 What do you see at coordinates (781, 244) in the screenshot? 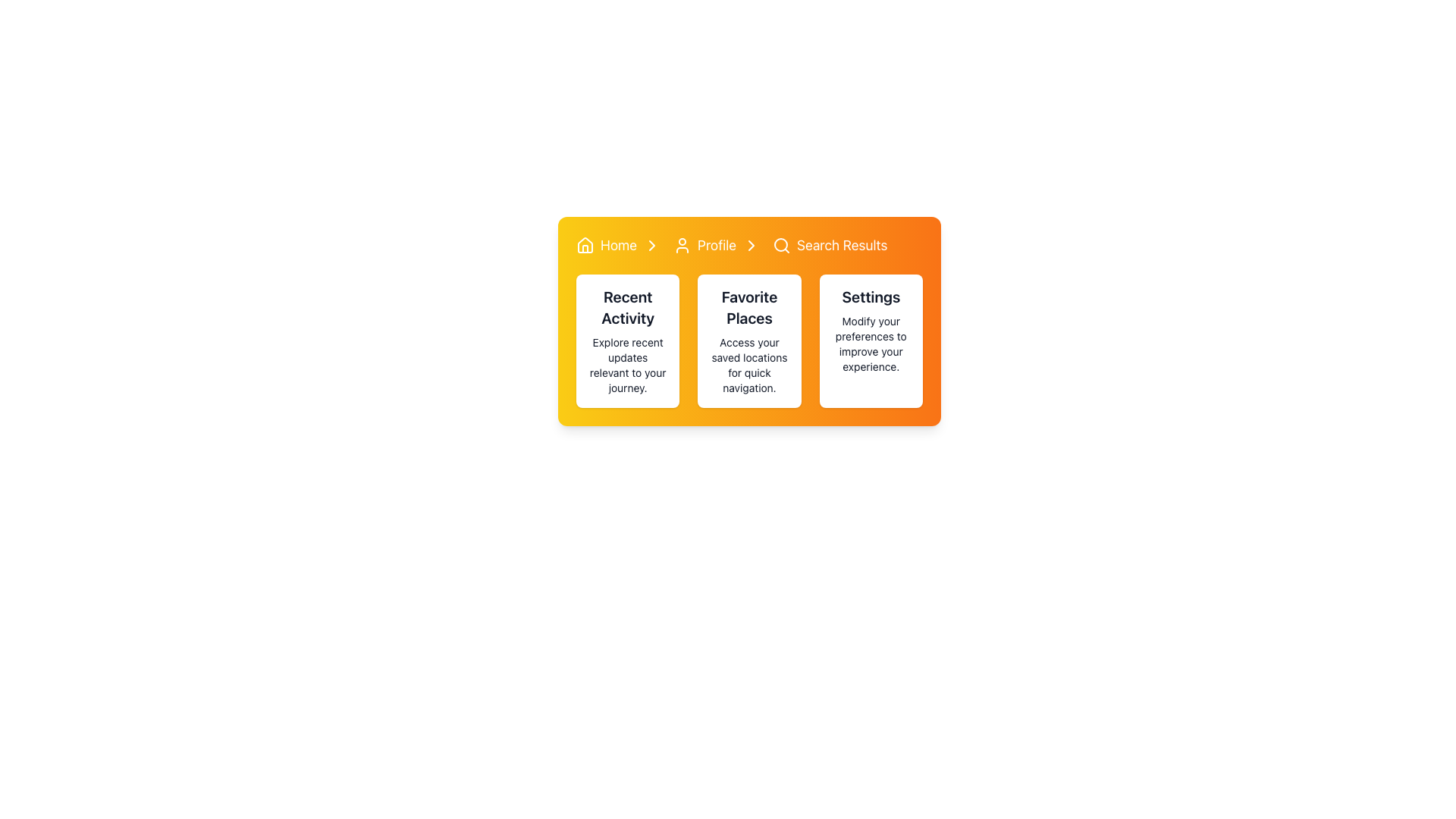
I see `the circular search icon located in the navigation bar next to 'Search Results'` at bounding box center [781, 244].